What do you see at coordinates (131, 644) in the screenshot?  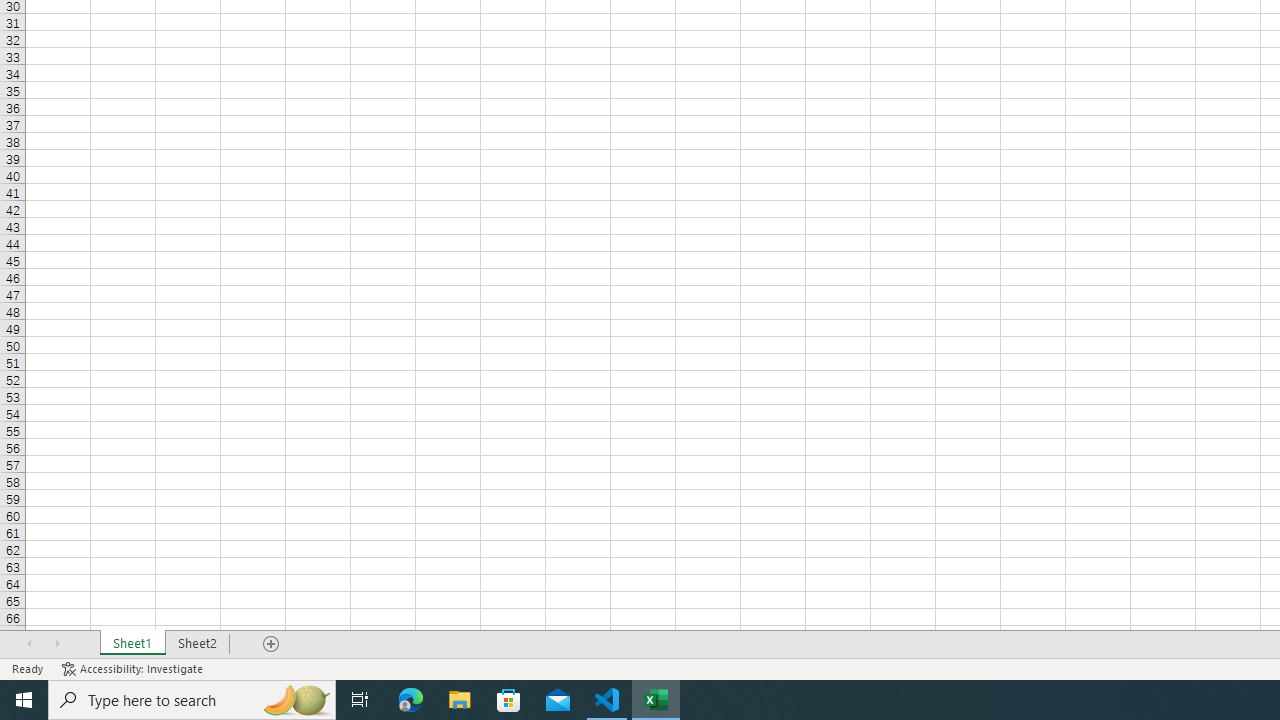 I see `'Sheet1'` at bounding box center [131, 644].